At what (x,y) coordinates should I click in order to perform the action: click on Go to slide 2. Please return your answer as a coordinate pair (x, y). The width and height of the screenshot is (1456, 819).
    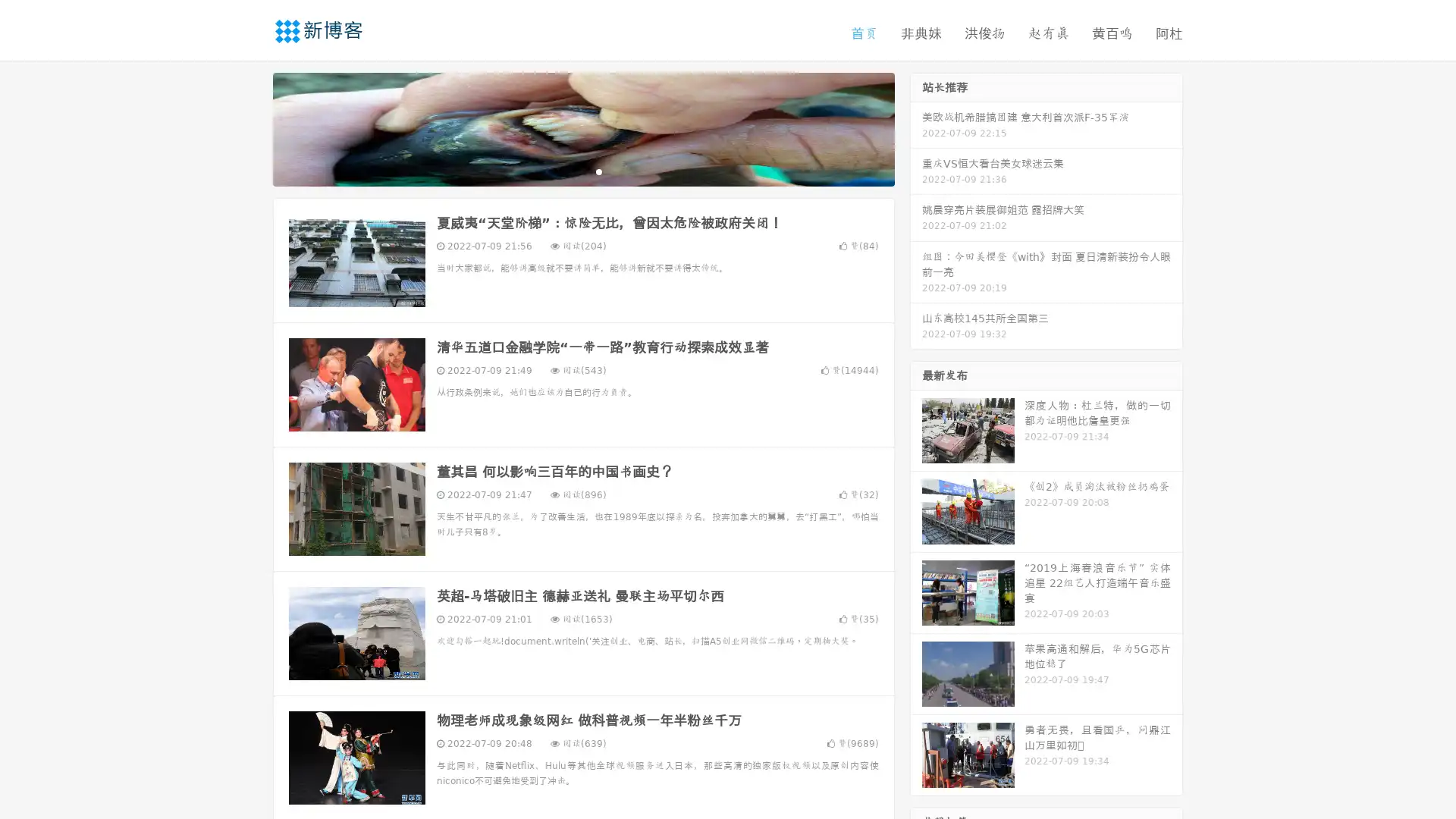
    Looking at the image, I should click on (582, 171).